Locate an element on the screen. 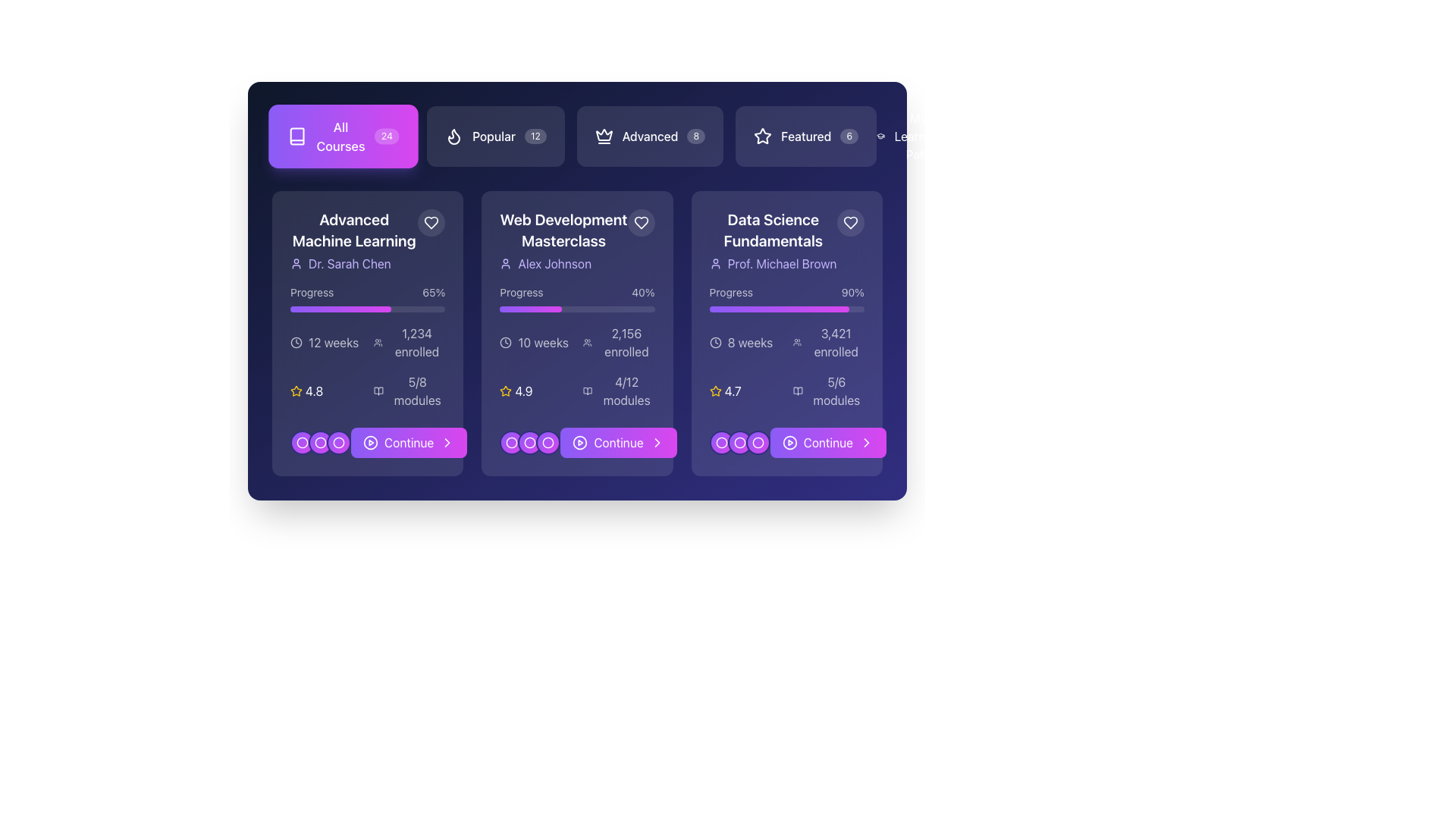 This screenshot has height=819, width=1456. the rating value displayed as '4.9' in white font, located in the second card of the rating section, near the yellow star icon is located at coordinates (523, 391).